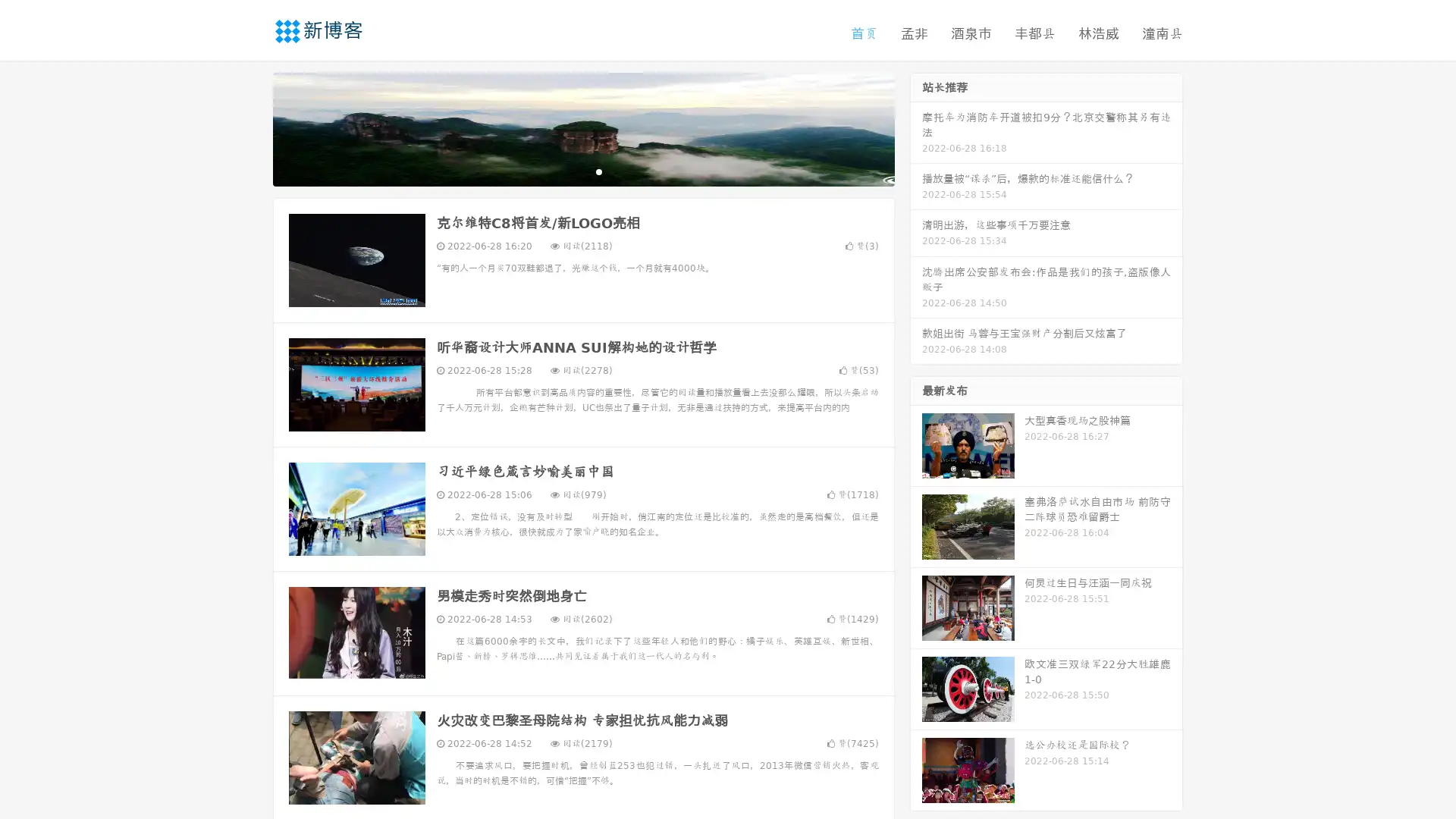 The height and width of the screenshot is (819, 1456). Describe the element at coordinates (598, 171) in the screenshot. I see `Go to slide 3` at that location.